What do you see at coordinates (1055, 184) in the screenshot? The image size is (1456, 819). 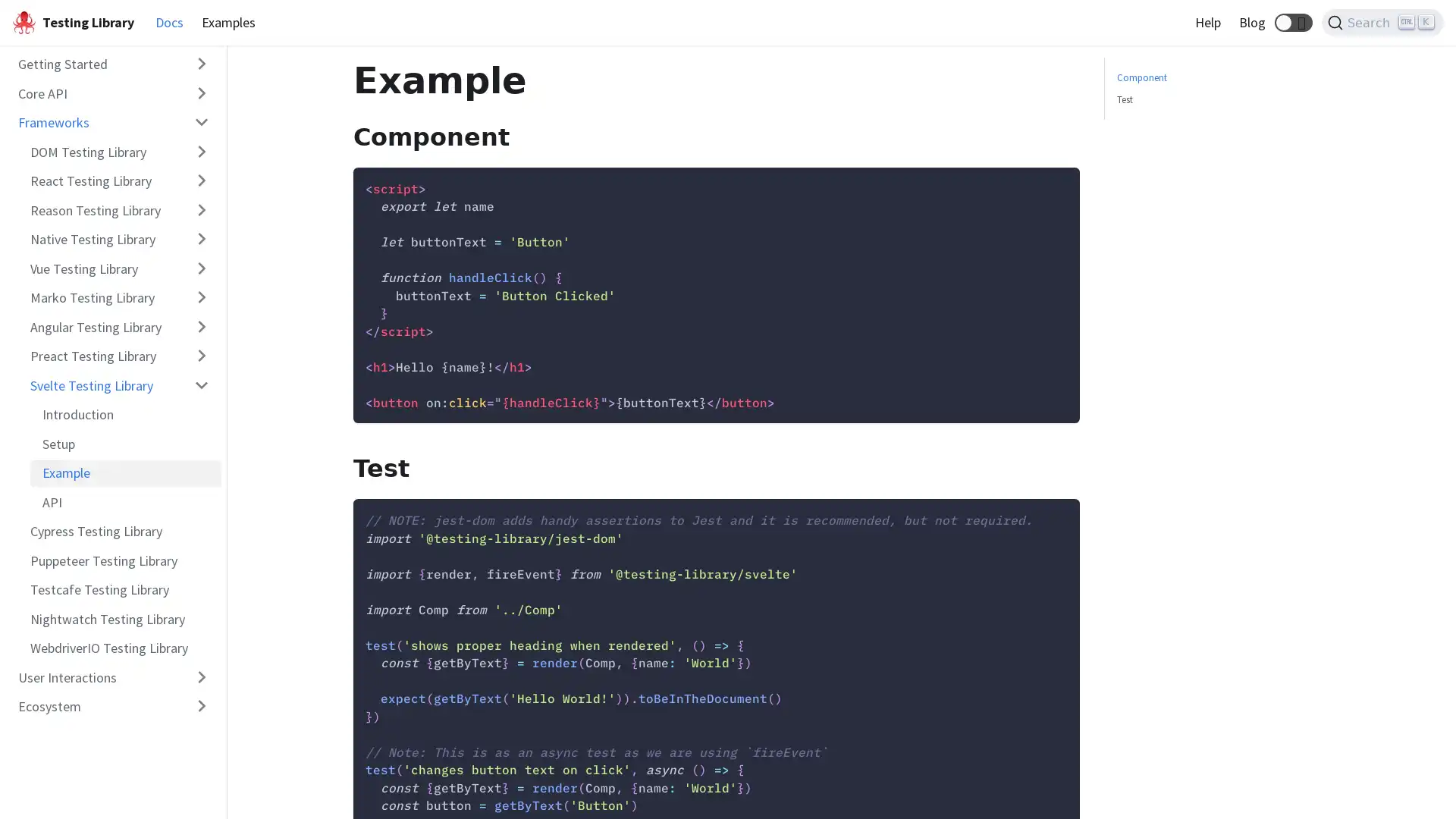 I see `Copy code to clipboard` at bounding box center [1055, 184].